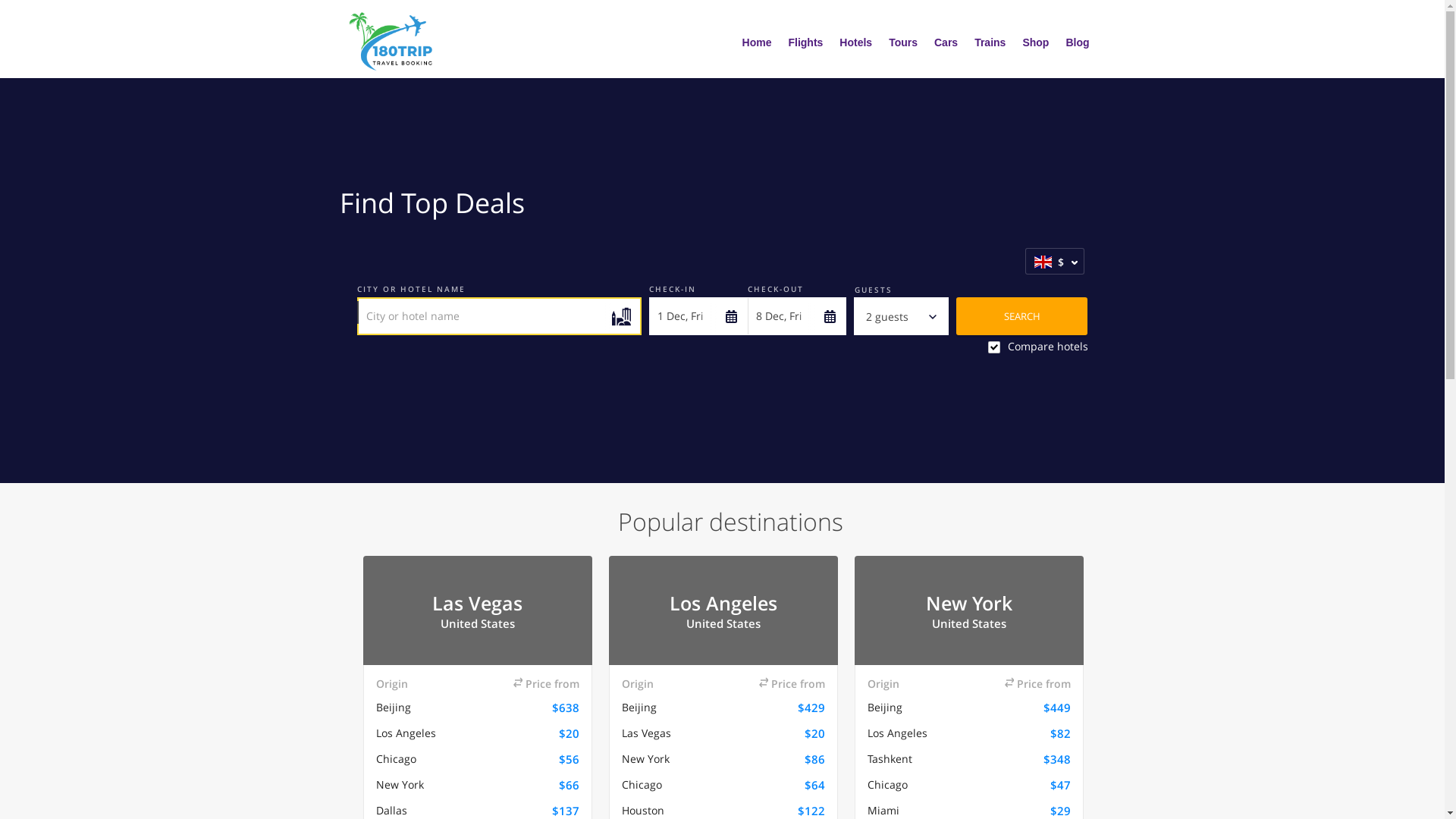 Image resolution: width=1456 pixels, height=819 pixels. What do you see at coordinates (1076, 42) in the screenshot?
I see `'Blog'` at bounding box center [1076, 42].